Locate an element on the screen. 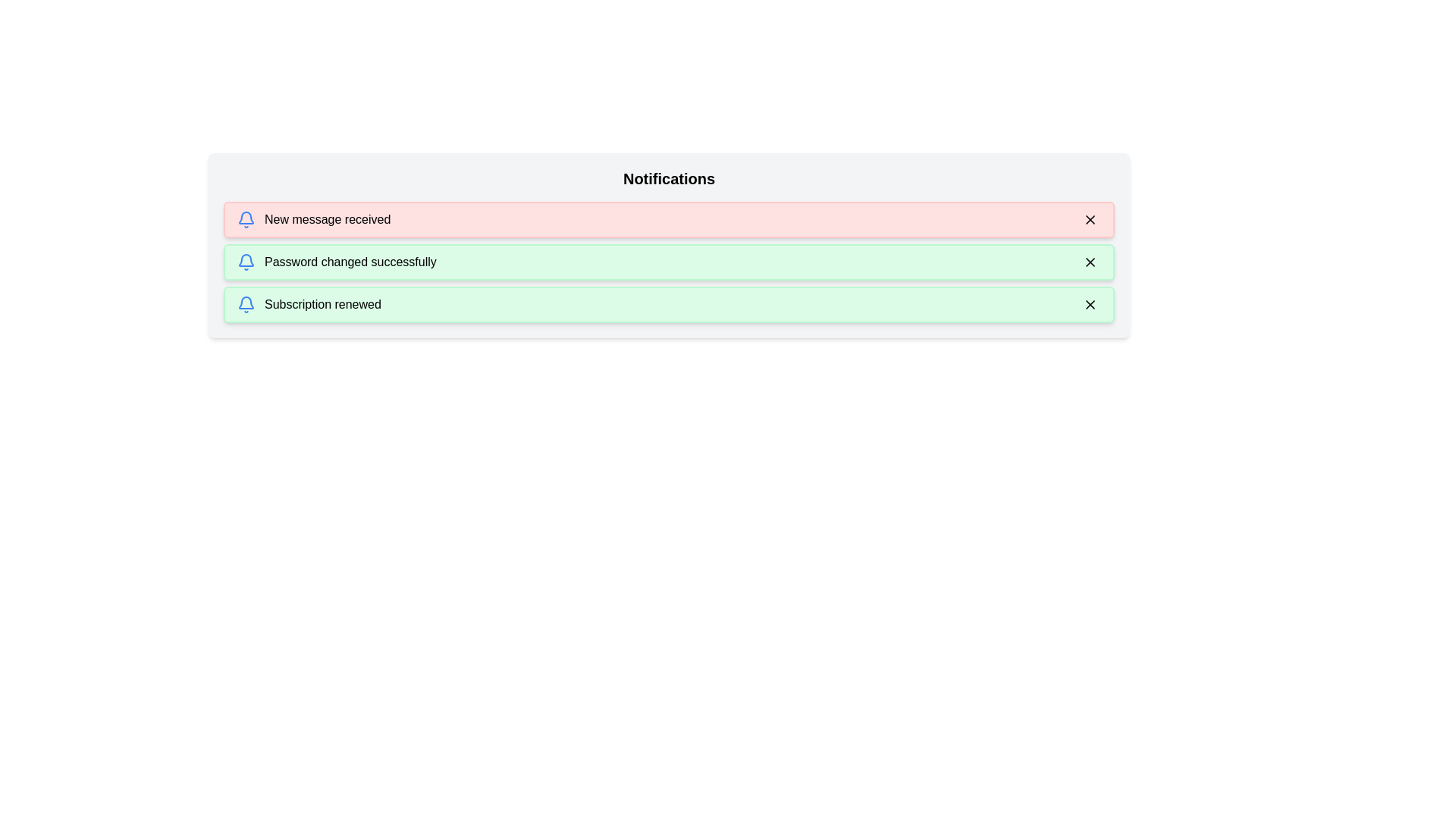 The width and height of the screenshot is (1456, 819). the 'X' icon button in the second row of notifications is located at coordinates (1090, 262).